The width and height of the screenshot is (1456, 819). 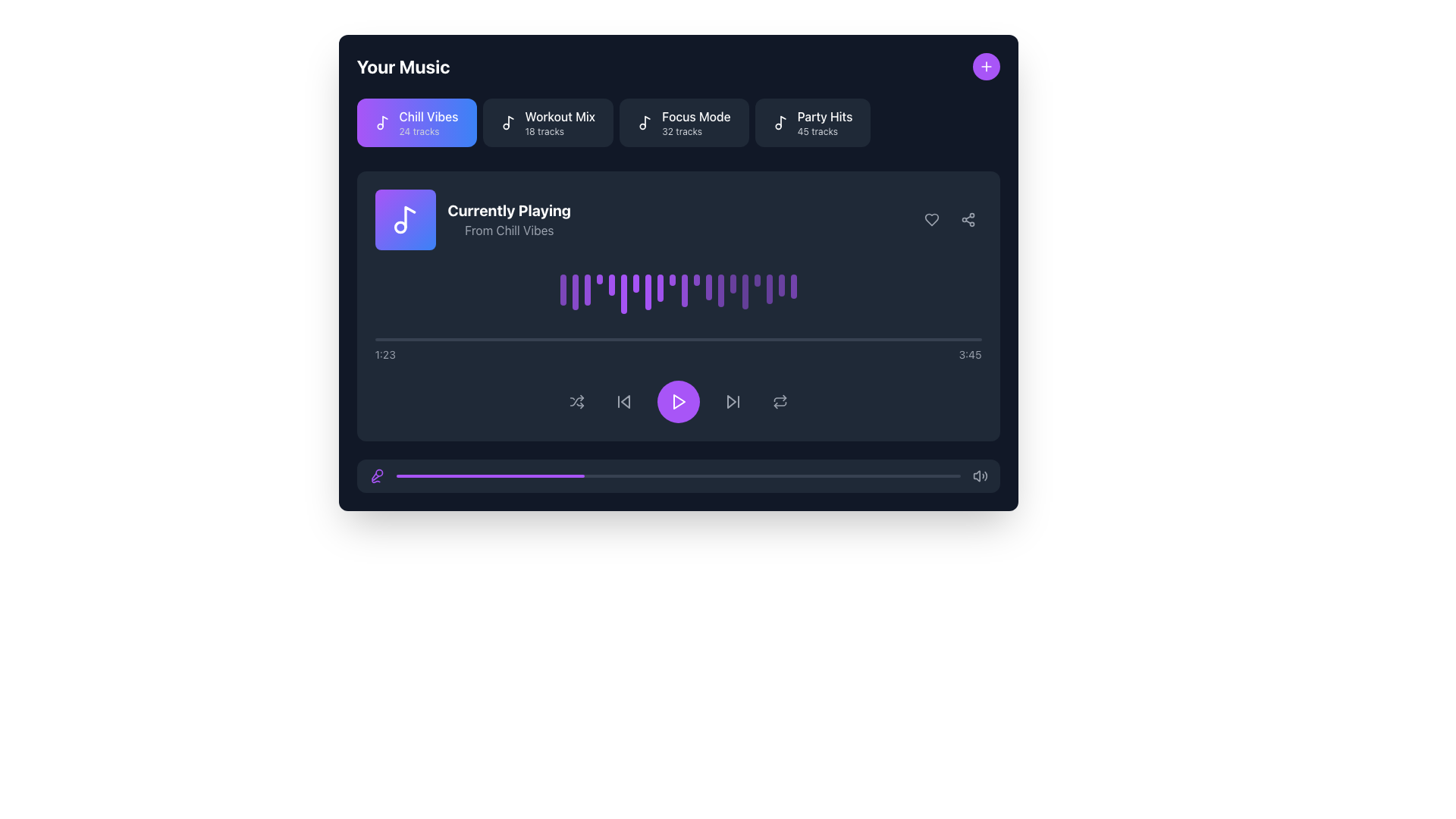 What do you see at coordinates (547, 122) in the screenshot?
I see `the Interactive button` at bounding box center [547, 122].